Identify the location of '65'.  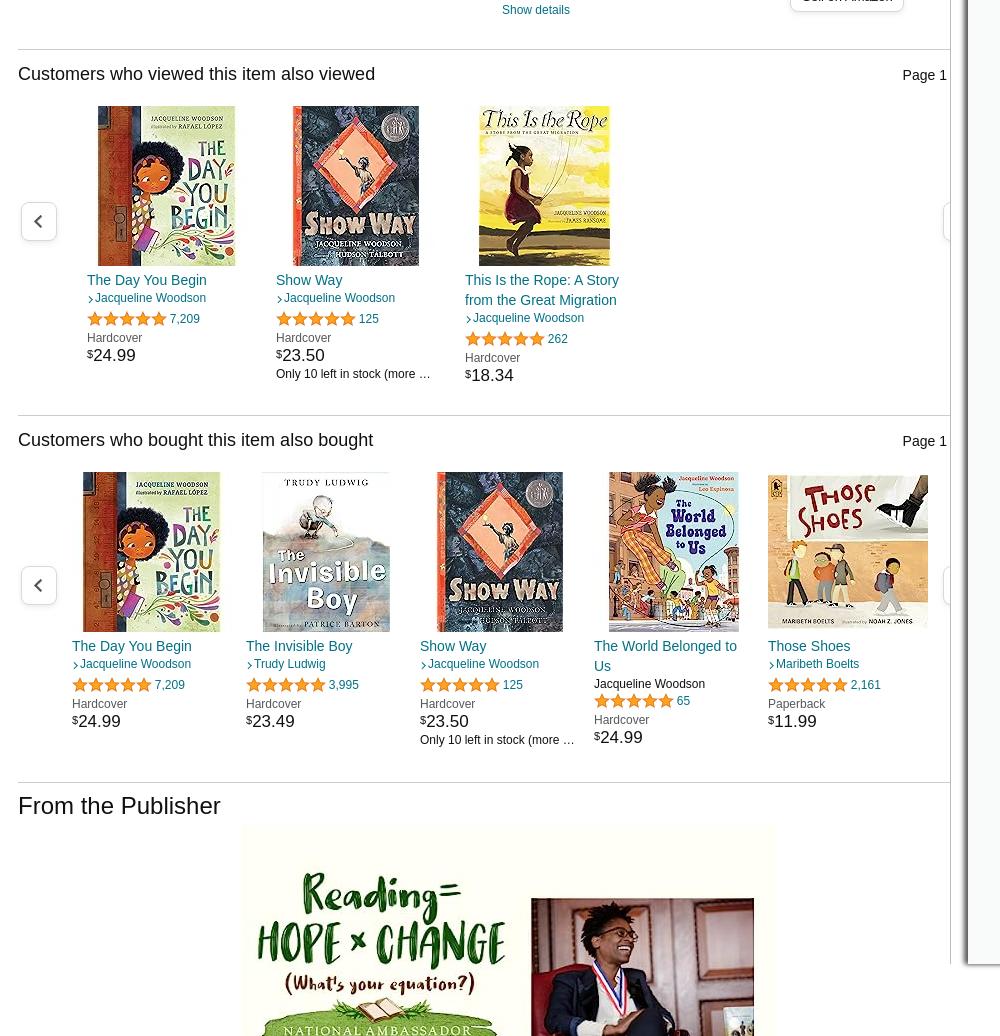
(676, 700).